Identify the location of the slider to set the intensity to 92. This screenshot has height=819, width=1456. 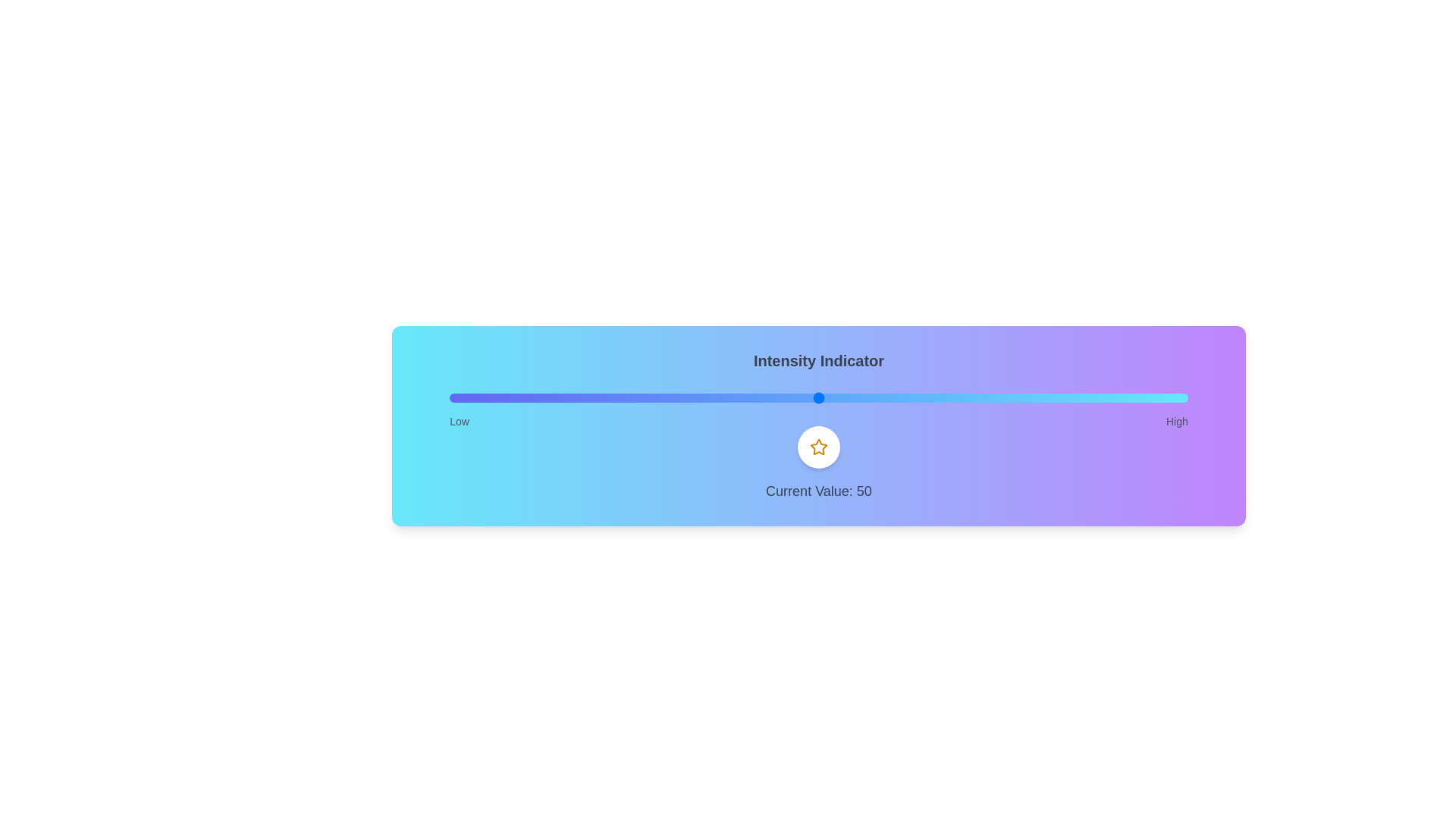
(1128, 397).